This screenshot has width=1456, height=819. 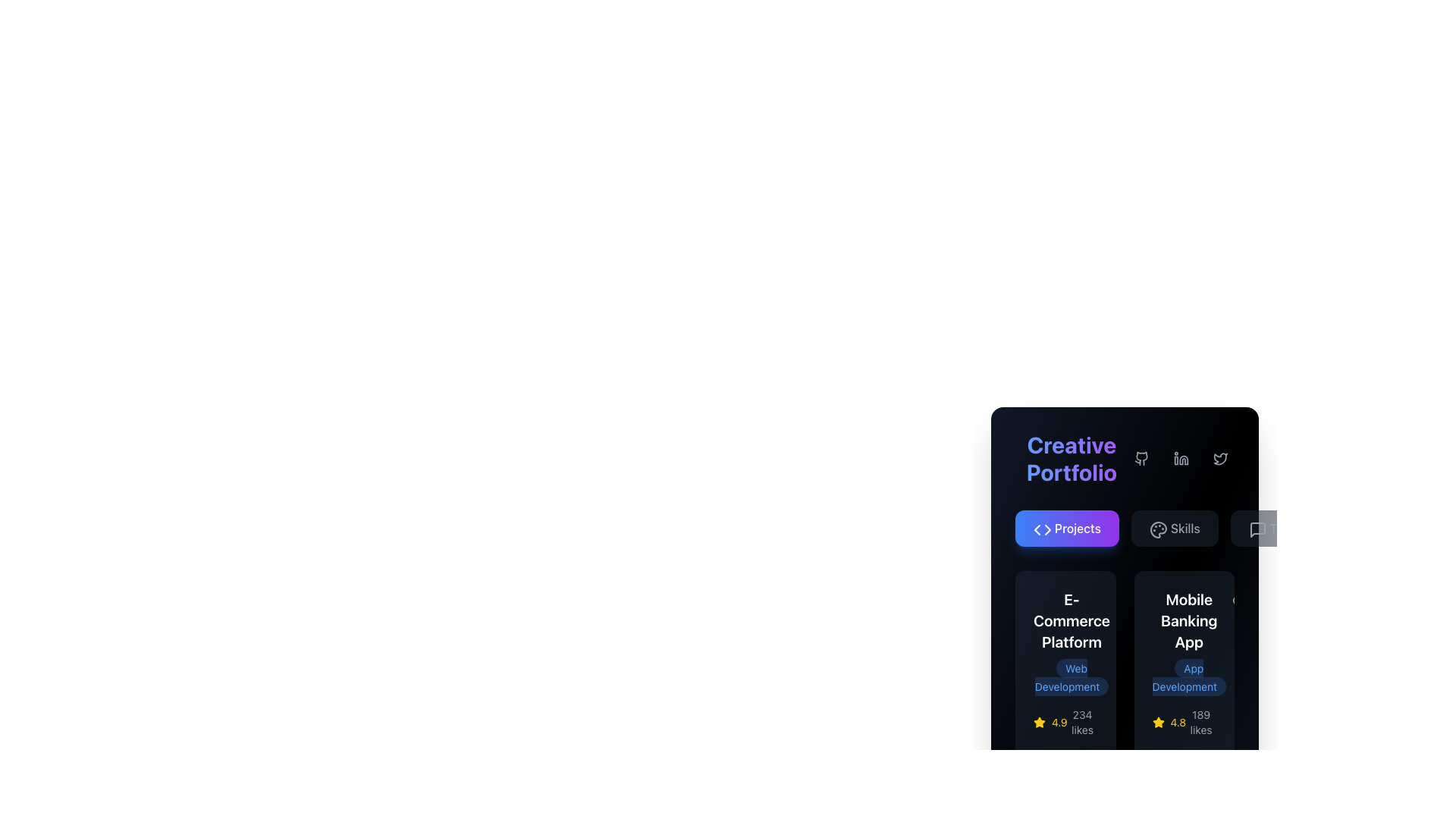 What do you see at coordinates (1177, 721) in the screenshot?
I see `the text label displaying the rating '4.8' in bold yellow font, located at the bottom-right corner of the 'Mobile Banking App' project card` at bounding box center [1177, 721].